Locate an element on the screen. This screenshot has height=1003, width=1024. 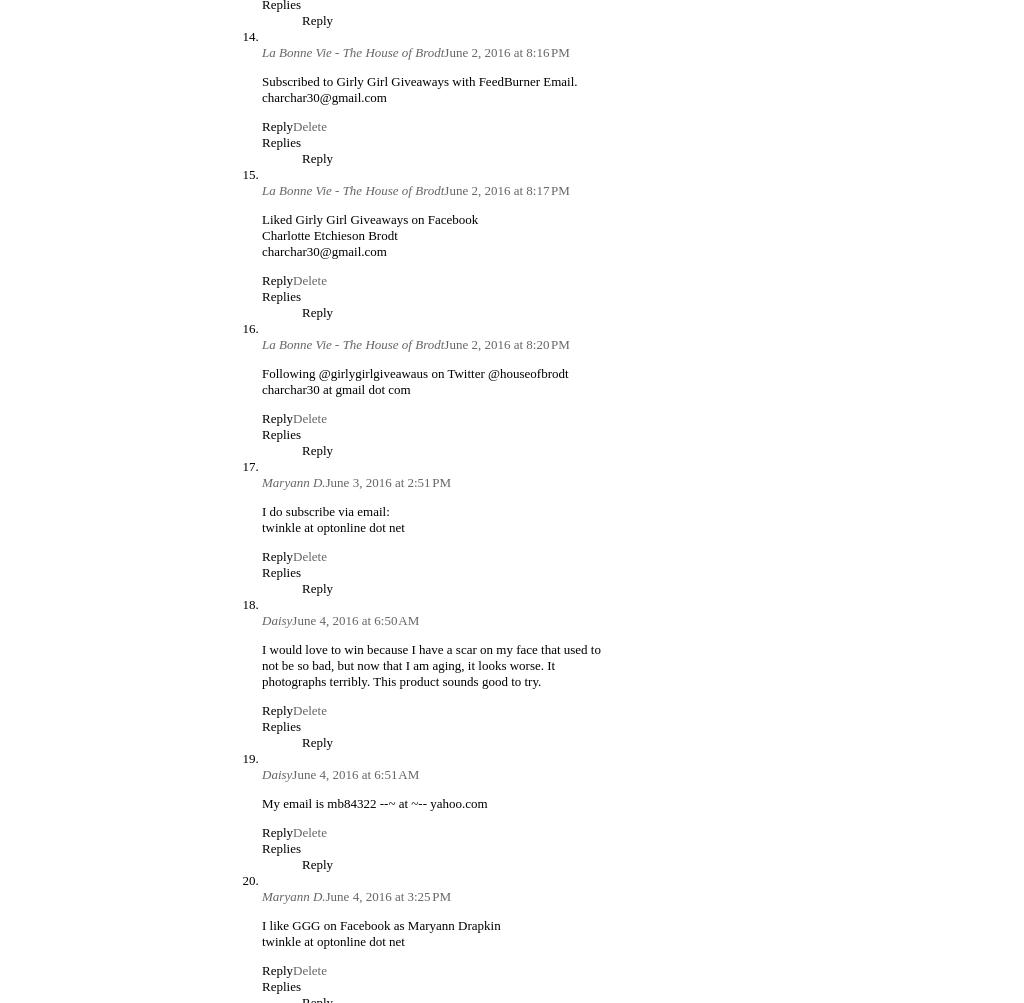
'I would love to win because I have a scar on my face that used to not be so bad, but now that I am aging, it looks worse. It photographs terribly.  This product sounds good to try.' is located at coordinates (431, 664).